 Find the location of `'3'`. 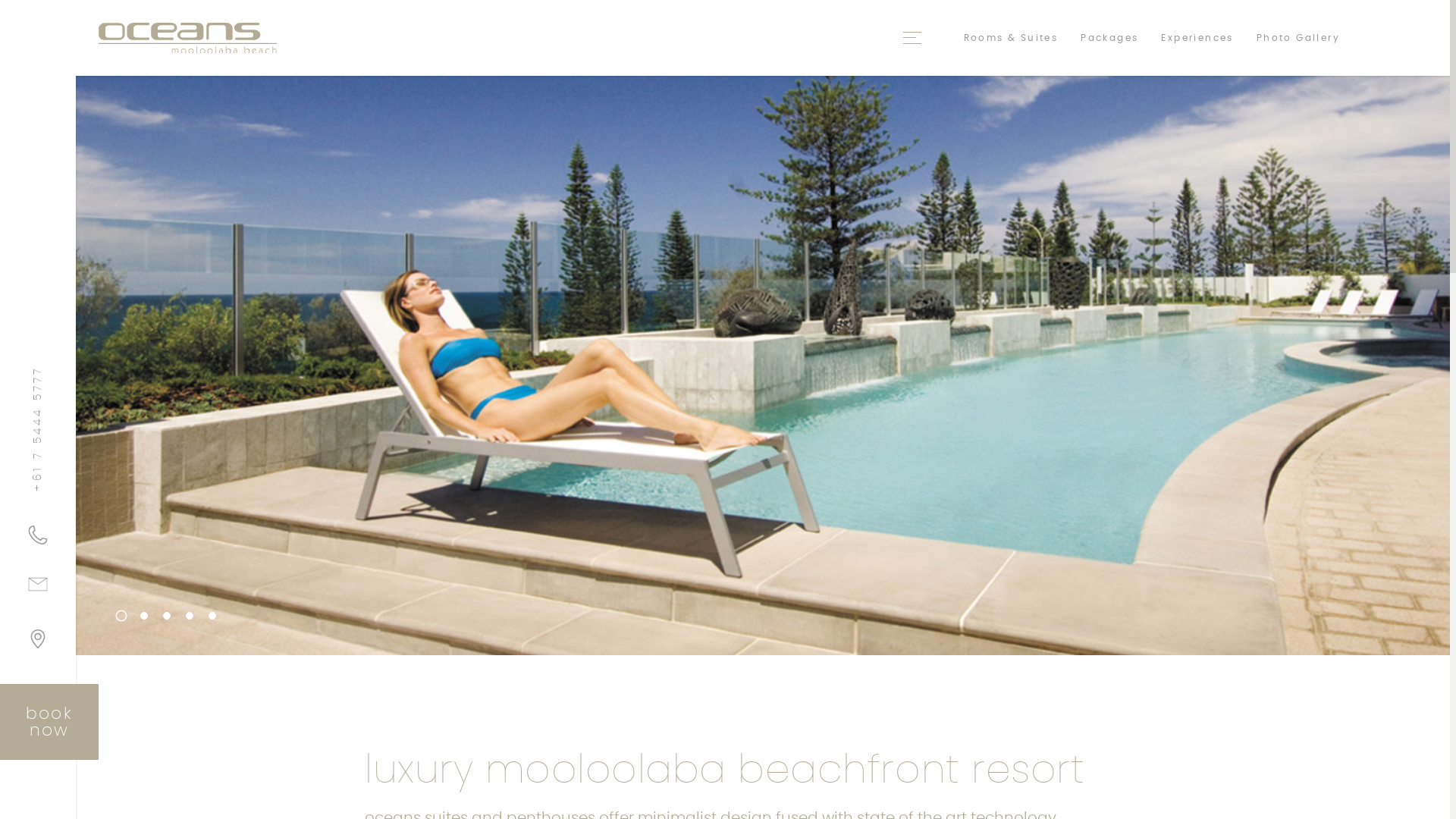

'3' is located at coordinates (167, 616).